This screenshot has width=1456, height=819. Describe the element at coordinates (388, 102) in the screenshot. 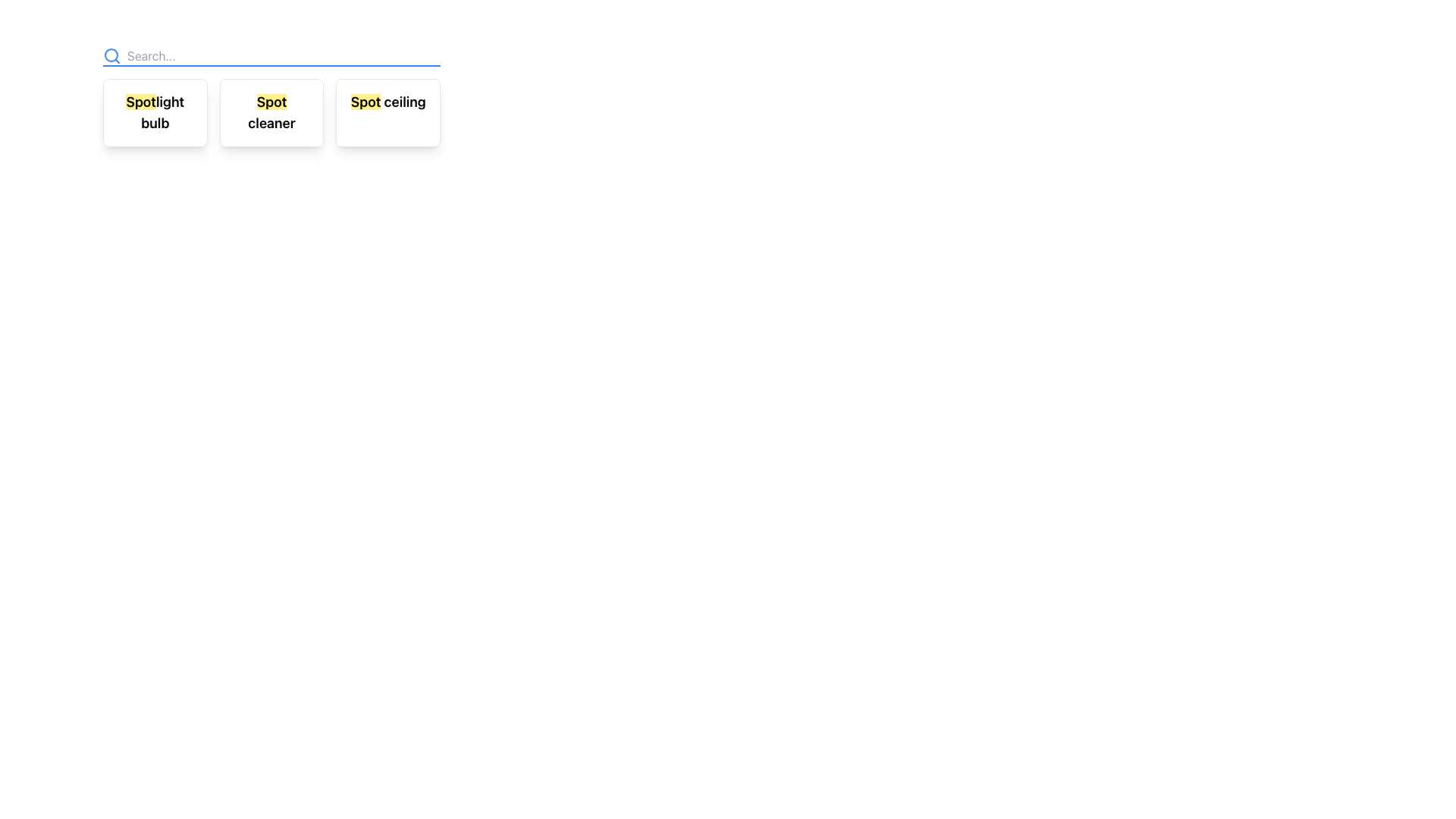

I see `label text 'Spot ceiling' which is highlighted with a yellow background and bolded within a card element in the upper right section of the grid-like structure` at that location.